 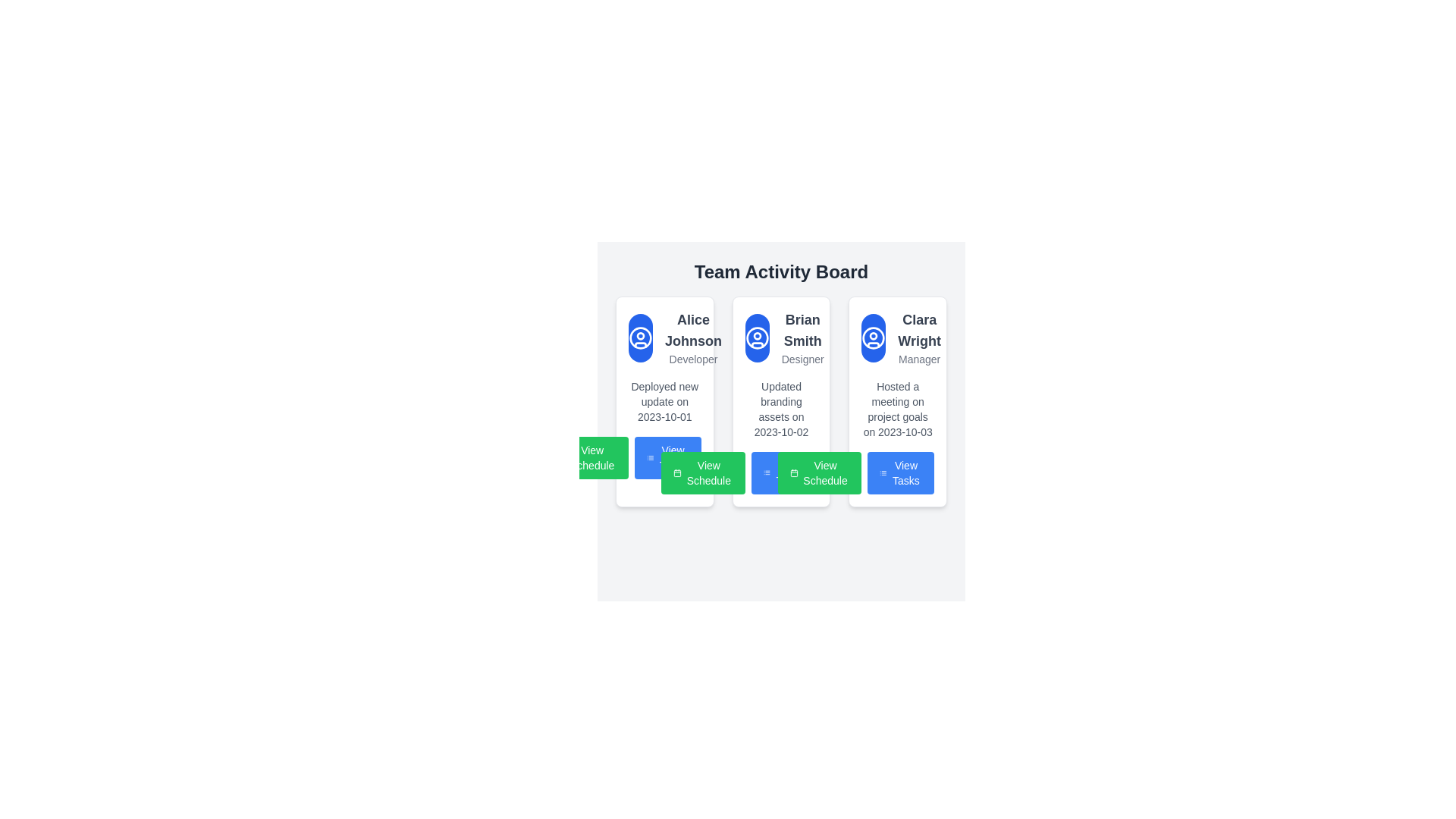 I want to click on the Avatar placeholder representing the user 'Brian Smith' at the top-left corner of the information card, so click(x=757, y=337).